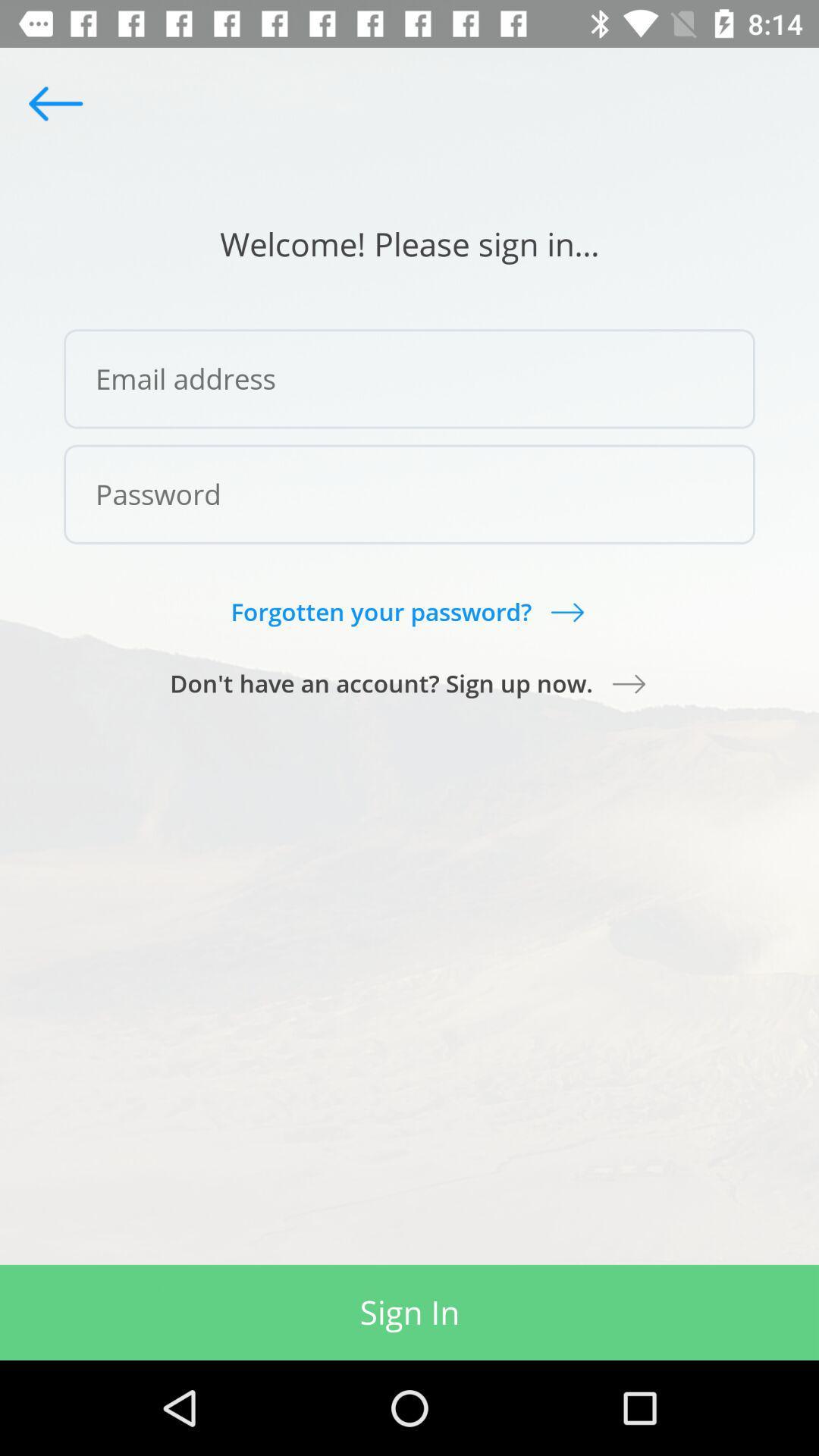  I want to click on don t have icon, so click(409, 682).